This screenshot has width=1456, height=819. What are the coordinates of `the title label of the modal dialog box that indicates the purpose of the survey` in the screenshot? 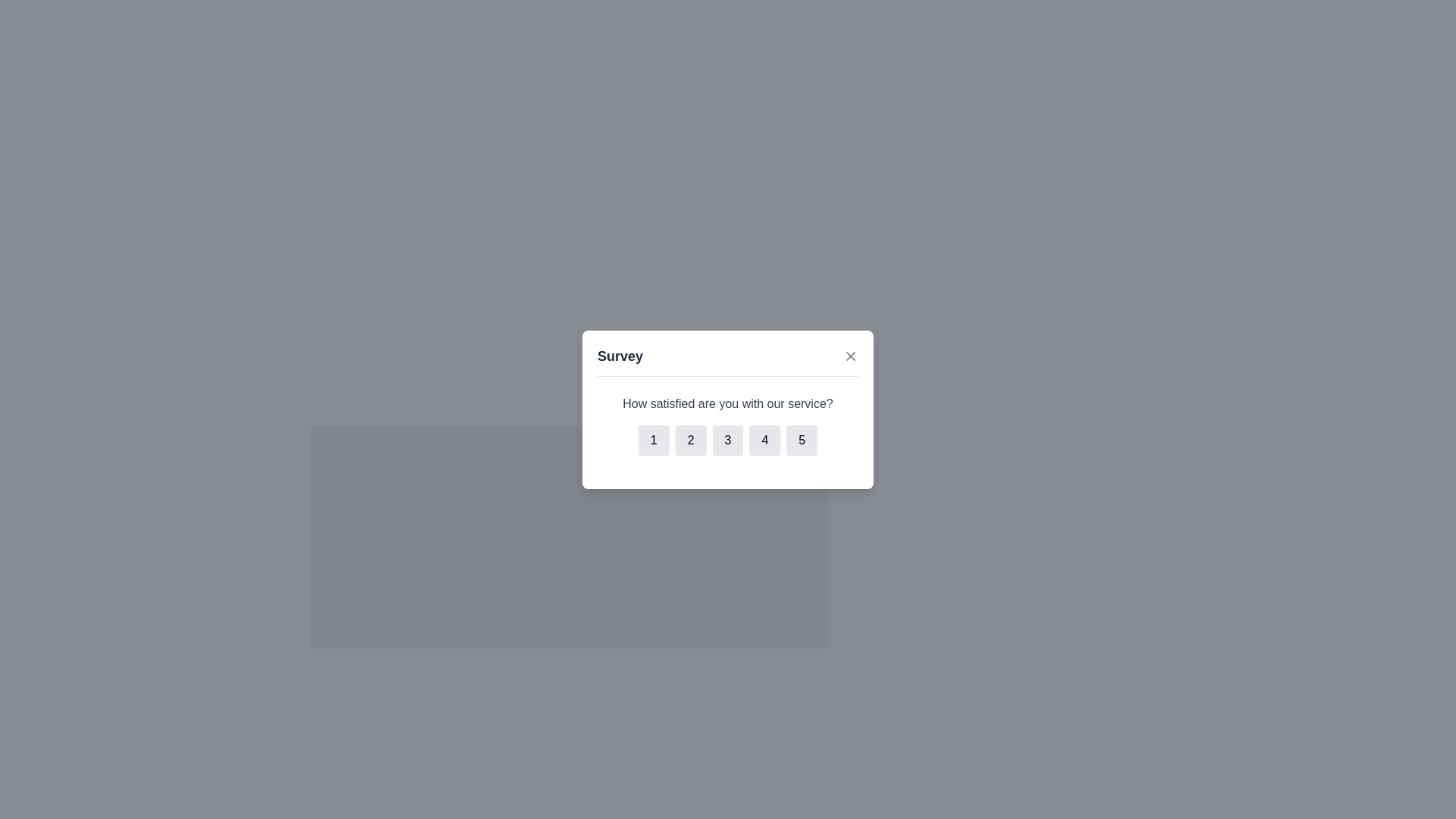 It's located at (620, 356).